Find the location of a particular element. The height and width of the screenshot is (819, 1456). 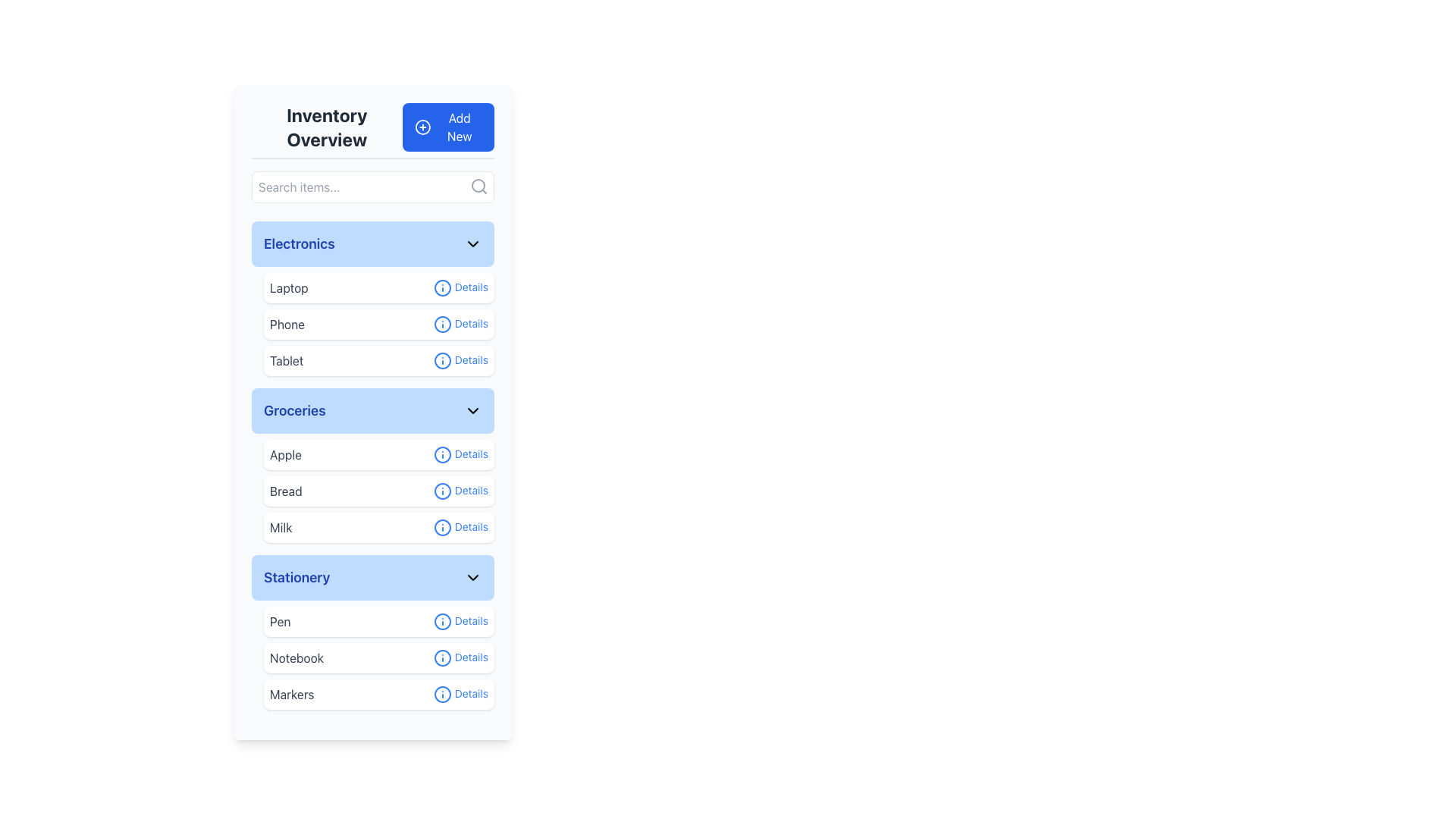

the information icon located to the right of the 'Phone' label in the 'Electronics' category list is located at coordinates (441, 324).